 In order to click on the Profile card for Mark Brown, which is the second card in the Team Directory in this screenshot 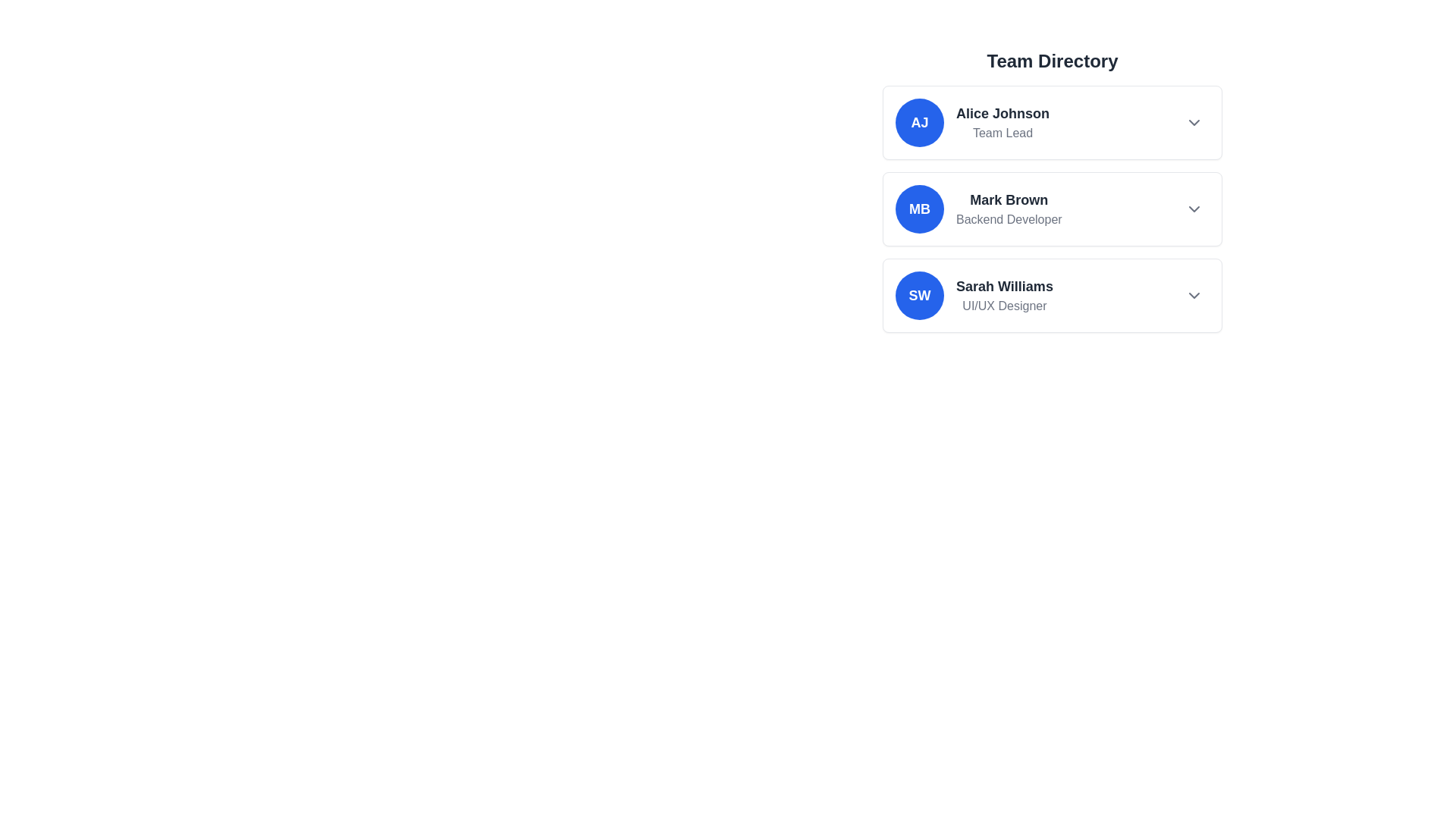, I will do `click(1051, 209)`.